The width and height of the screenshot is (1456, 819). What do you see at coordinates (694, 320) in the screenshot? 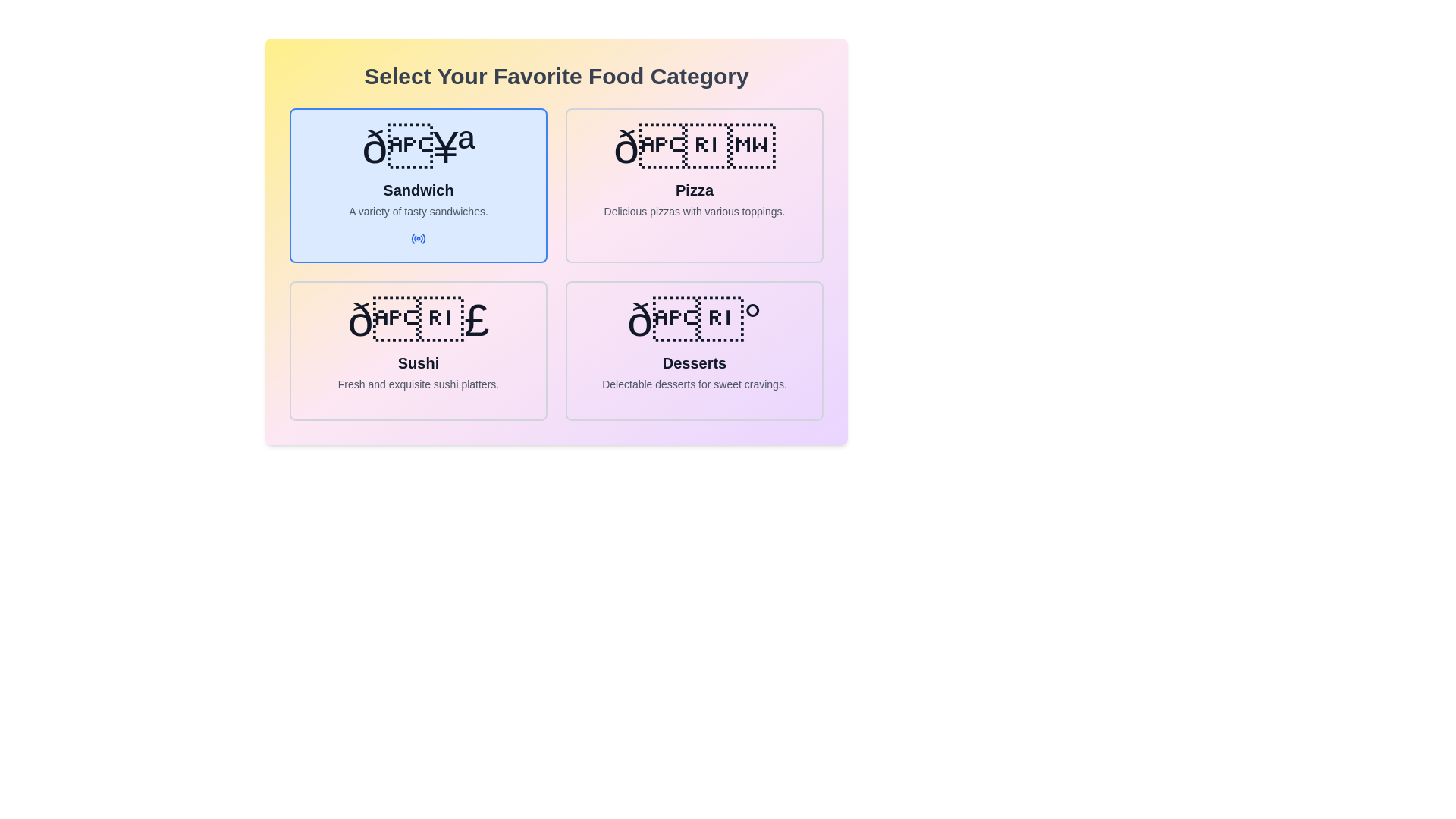
I see `the large black emoji icon located at the top of the 'Desserts' card section, positioned directly above the text 'Desserts'` at bounding box center [694, 320].